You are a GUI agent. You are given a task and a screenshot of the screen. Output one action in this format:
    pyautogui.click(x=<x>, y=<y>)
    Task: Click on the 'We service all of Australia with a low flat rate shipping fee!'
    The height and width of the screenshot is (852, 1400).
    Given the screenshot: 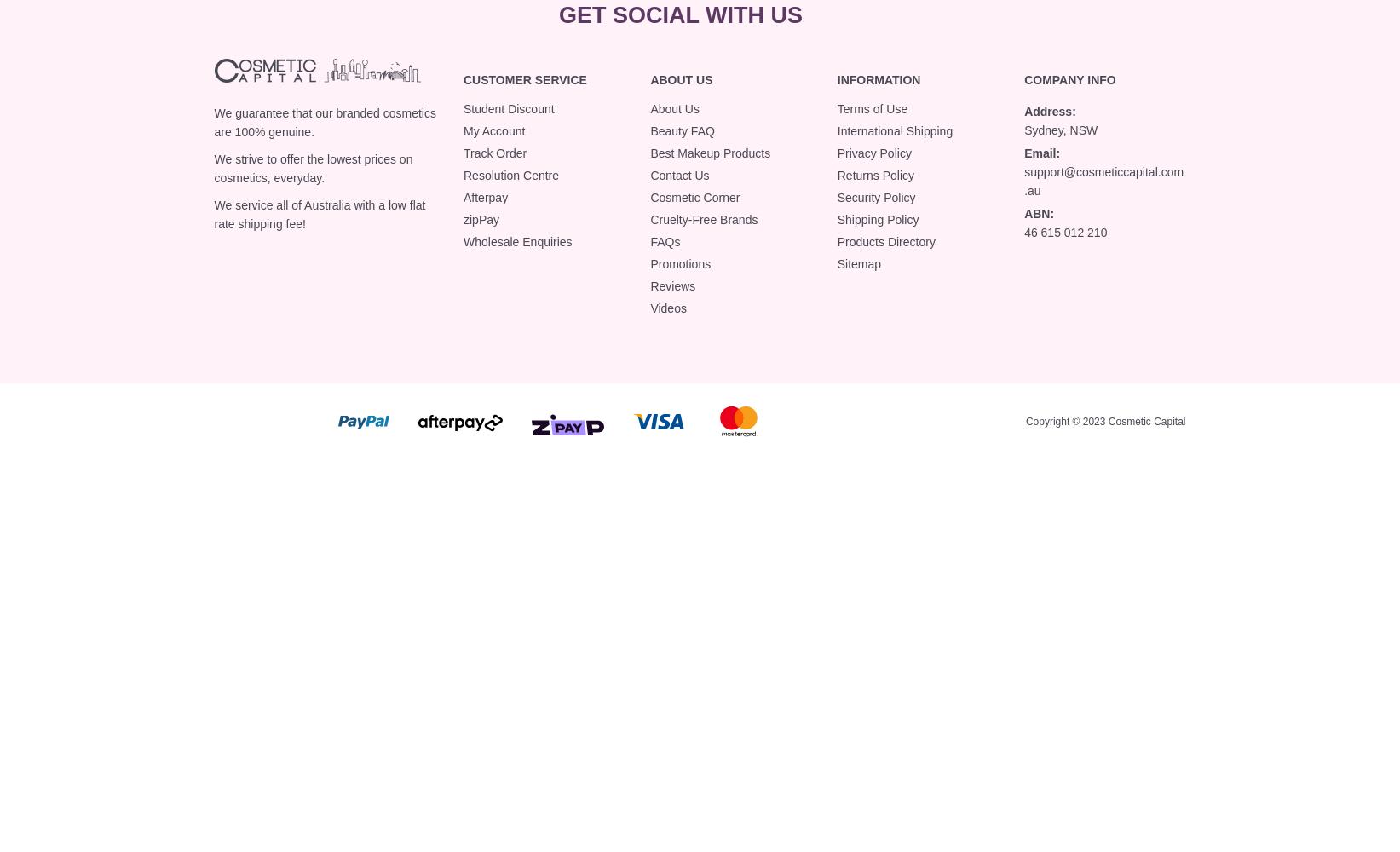 What is the action you would take?
    pyautogui.click(x=214, y=214)
    